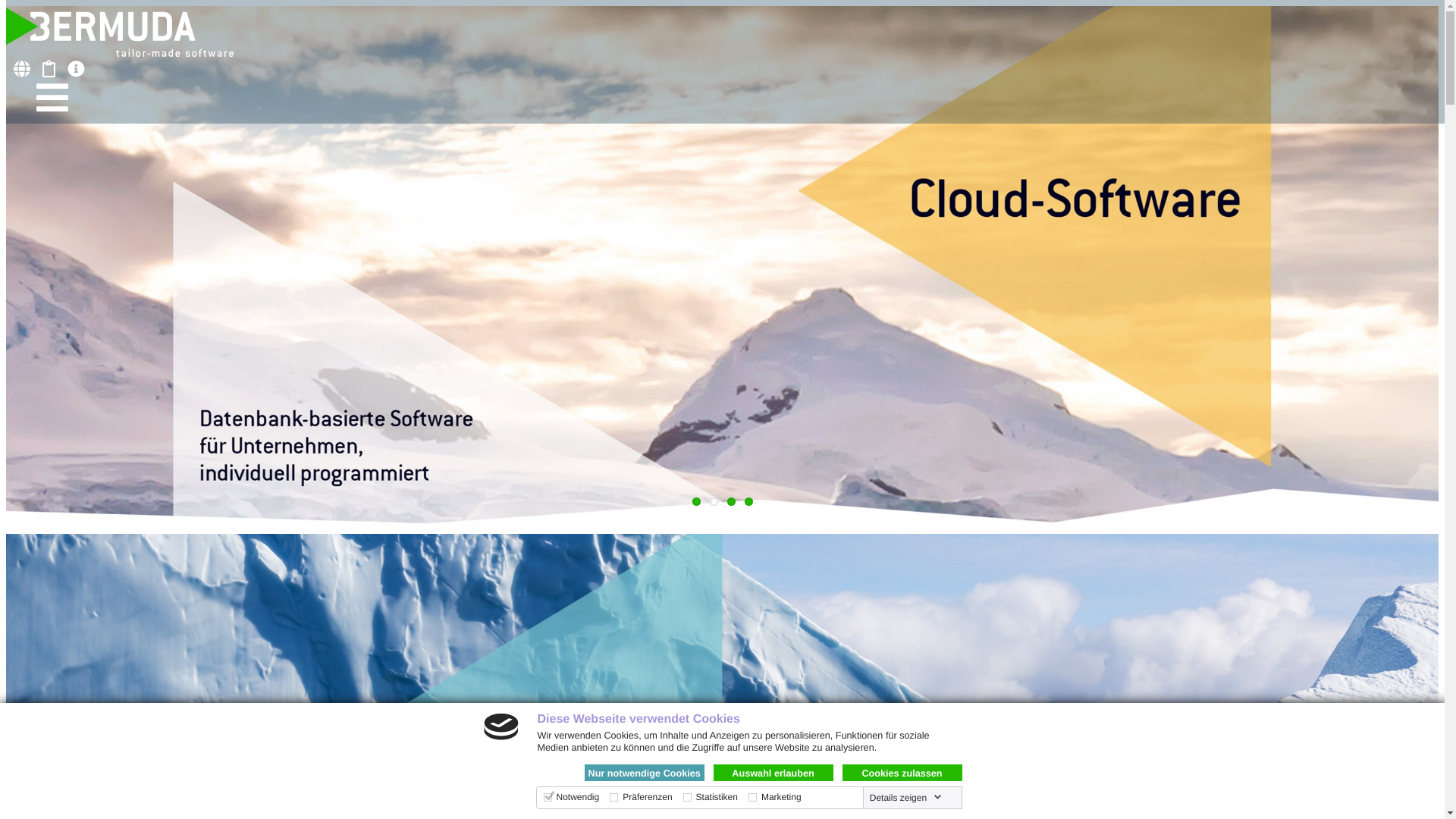 The height and width of the screenshot is (819, 1456). I want to click on '2', so click(709, 501).